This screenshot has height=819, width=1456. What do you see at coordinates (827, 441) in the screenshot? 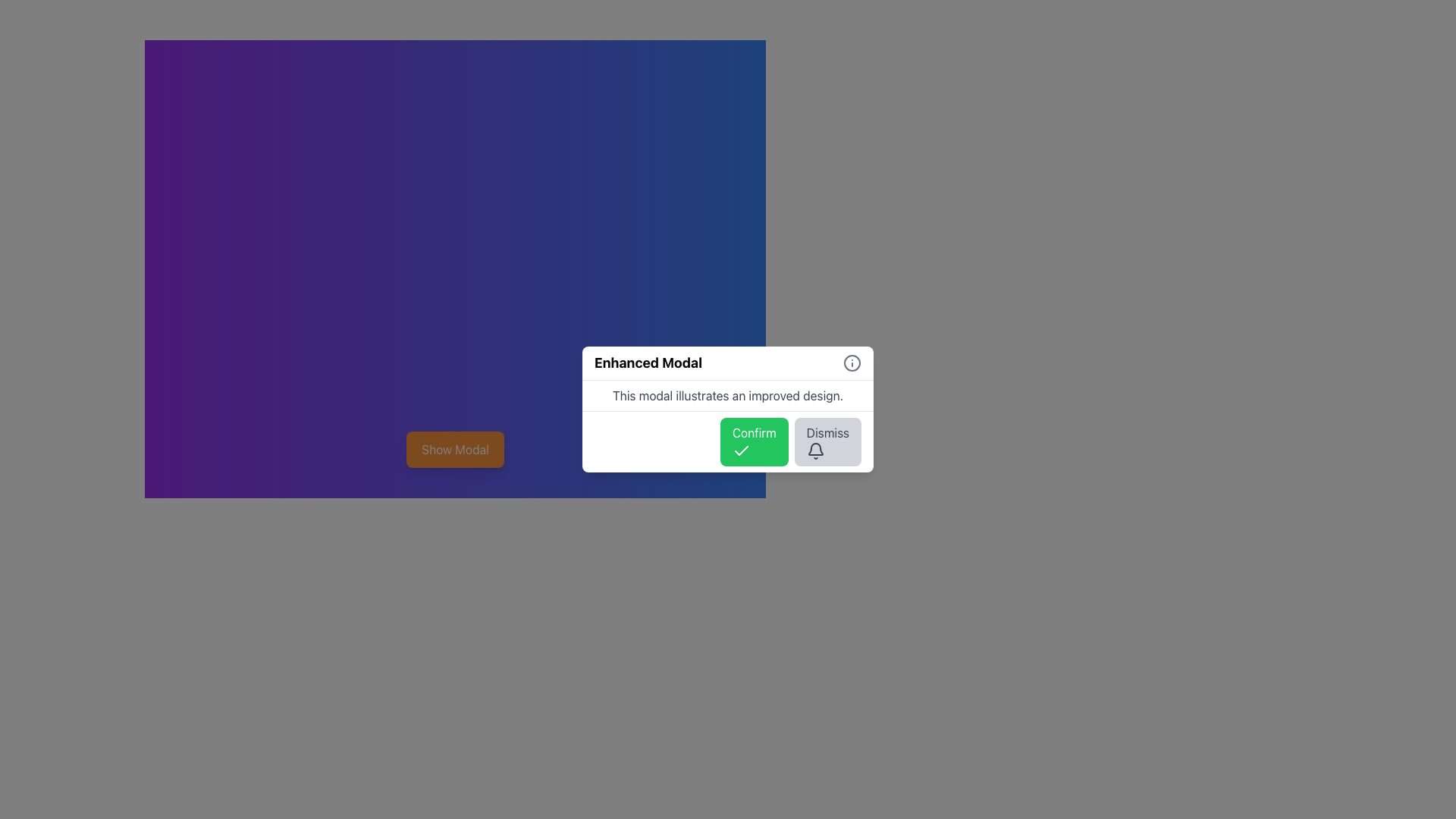
I see `the 'Dismiss' button located in the bottom-right corner of the modal interface` at bounding box center [827, 441].